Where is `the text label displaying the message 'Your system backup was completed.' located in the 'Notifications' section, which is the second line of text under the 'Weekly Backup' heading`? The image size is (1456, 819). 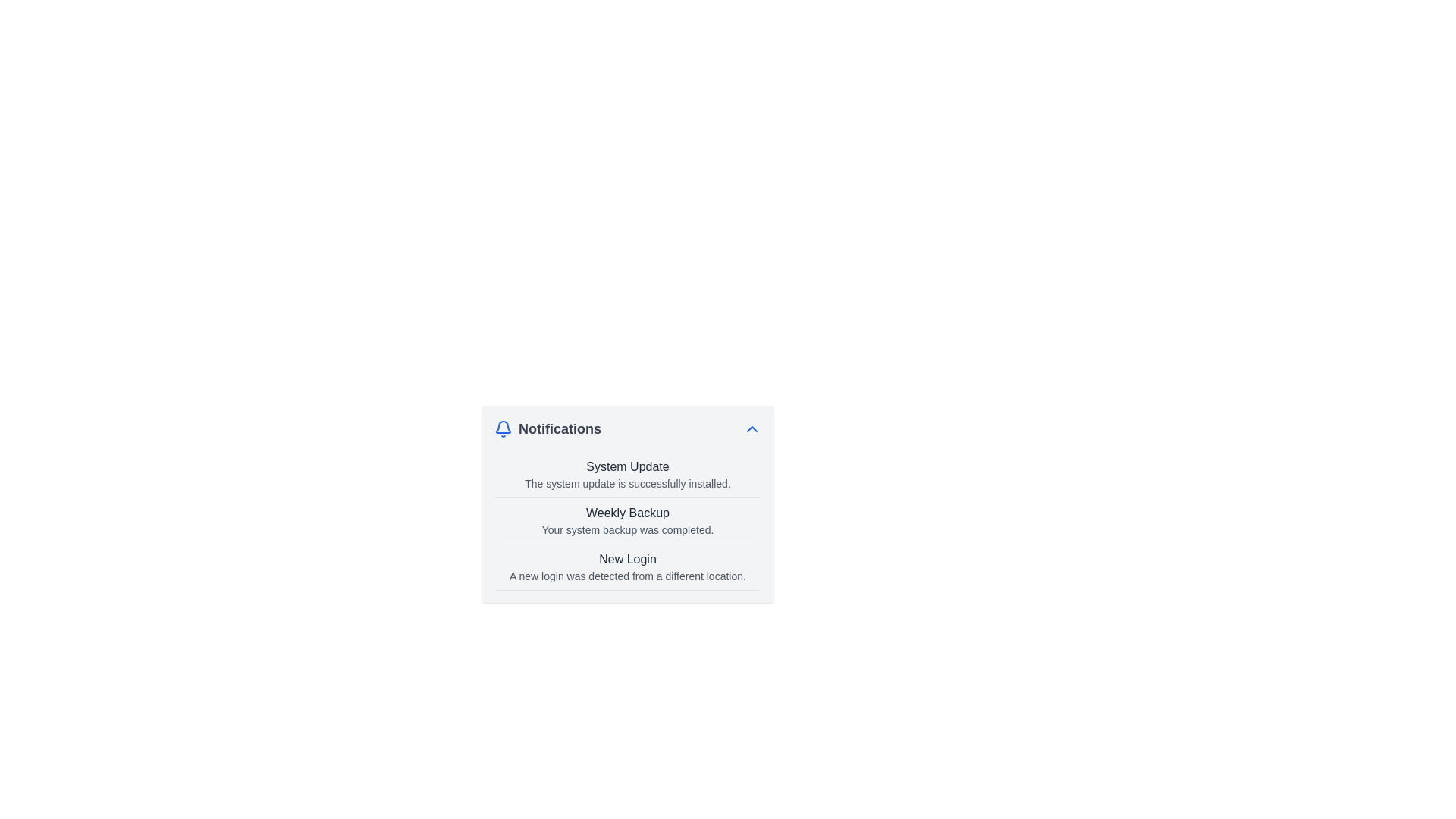 the text label displaying the message 'Your system backup was completed.' located in the 'Notifications' section, which is the second line of text under the 'Weekly Backup' heading is located at coordinates (628, 529).